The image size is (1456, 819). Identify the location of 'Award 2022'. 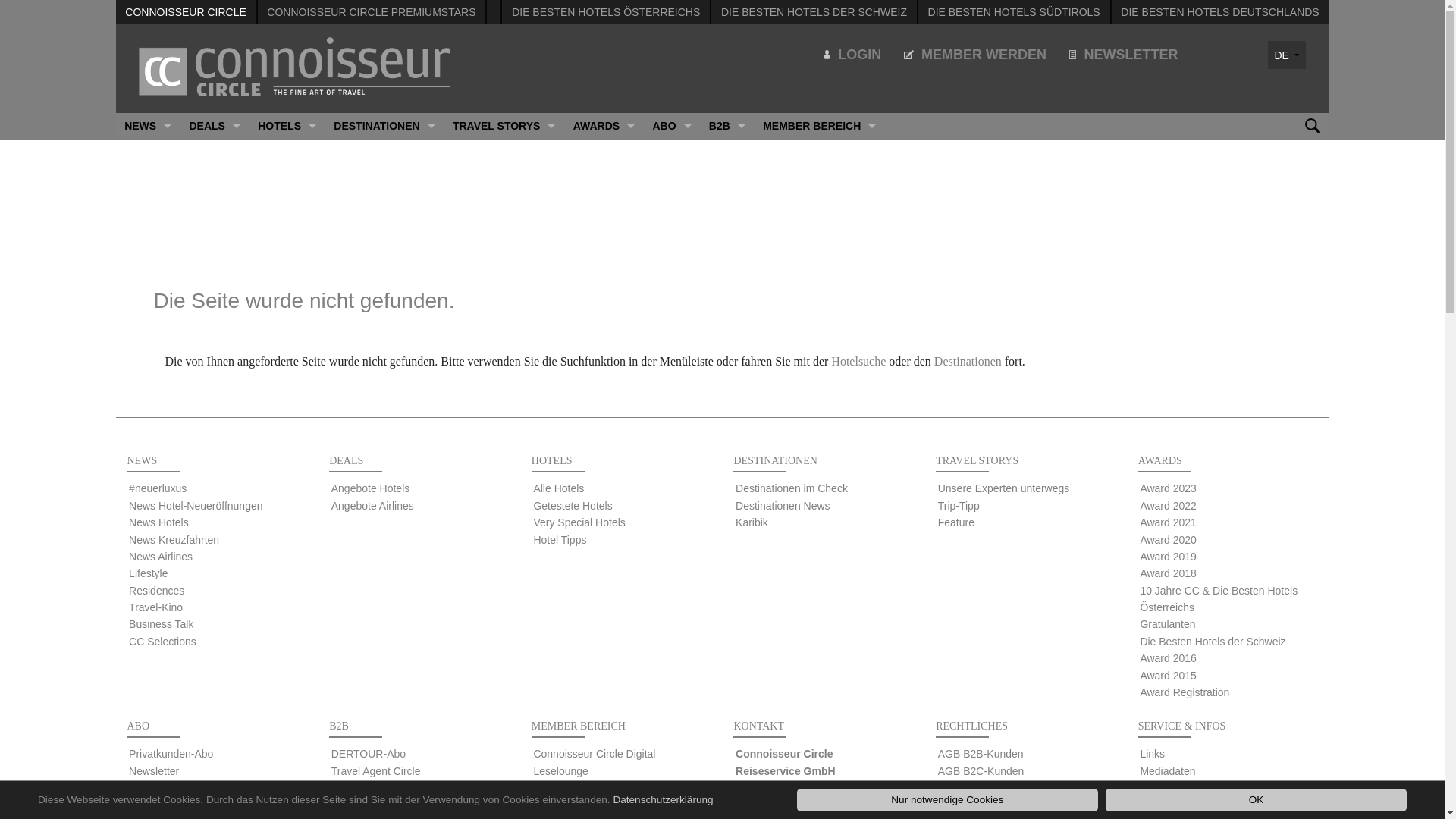
(1167, 506).